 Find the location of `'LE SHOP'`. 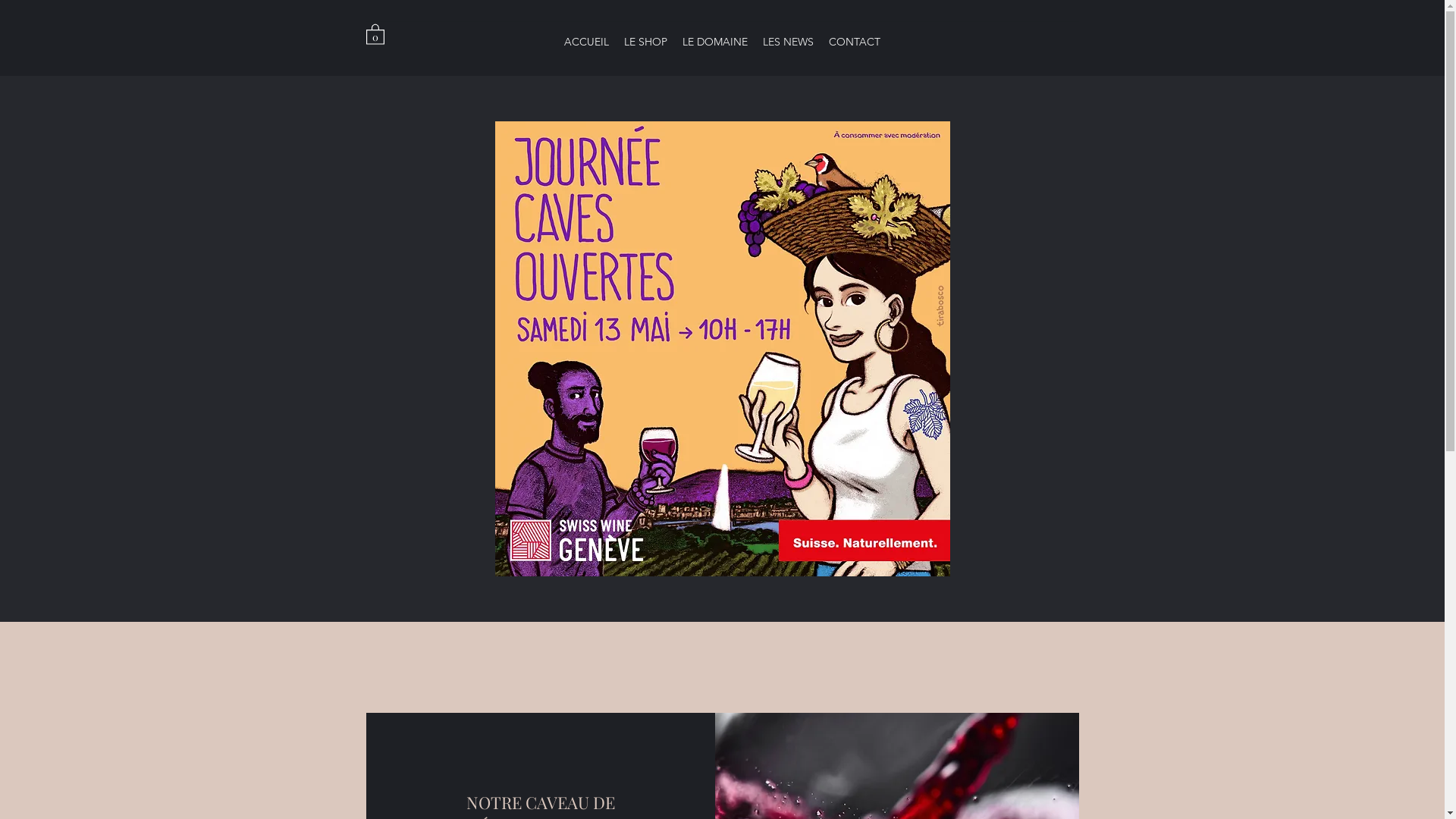

'LE SHOP' is located at coordinates (616, 40).